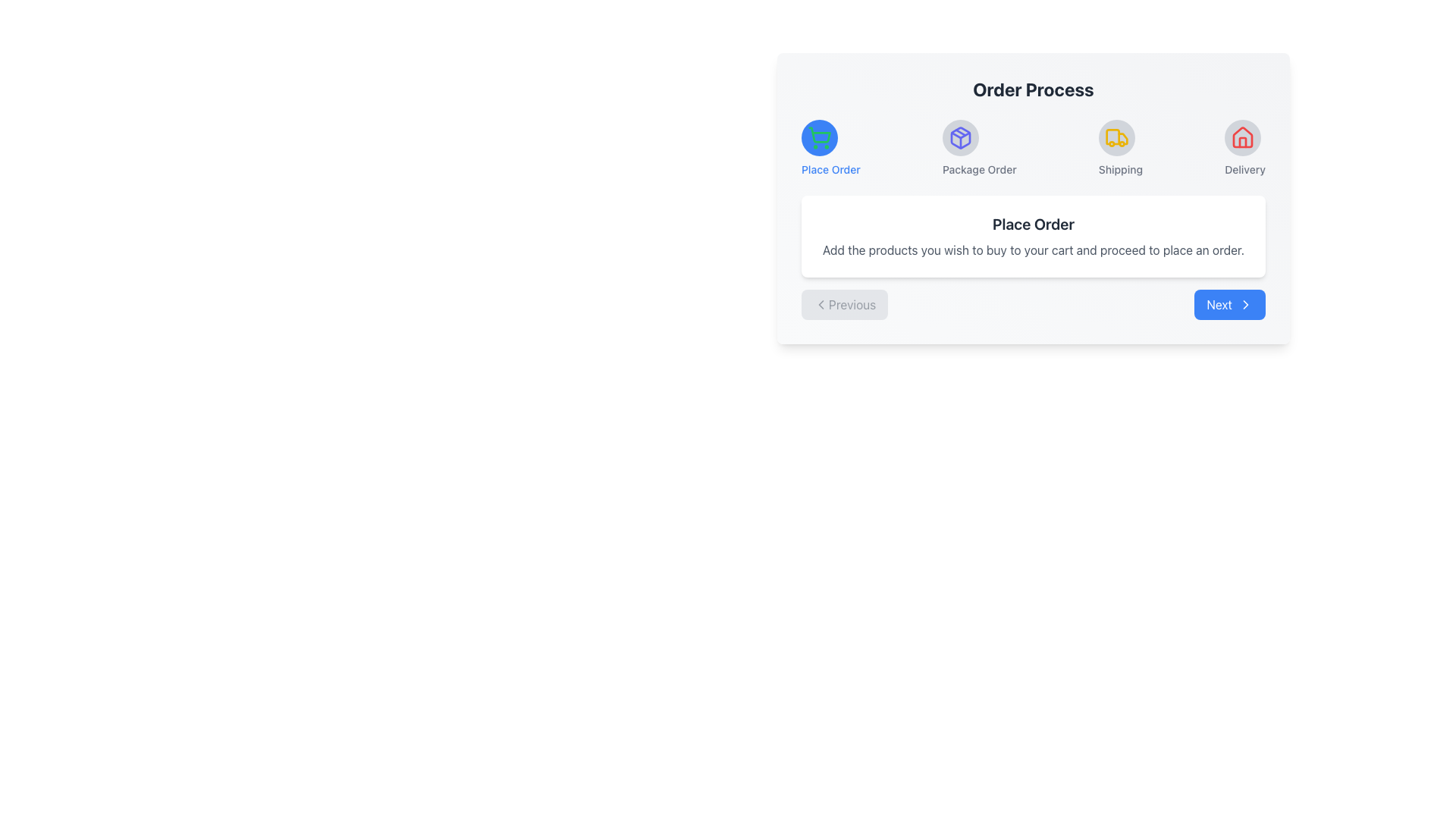 The image size is (1456, 819). What do you see at coordinates (1243, 143) in the screenshot?
I see `the vertical rectangle outline of the house's door in the 'Delivery' icon within the 'Order Process' section` at bounding box center [1243, 143].